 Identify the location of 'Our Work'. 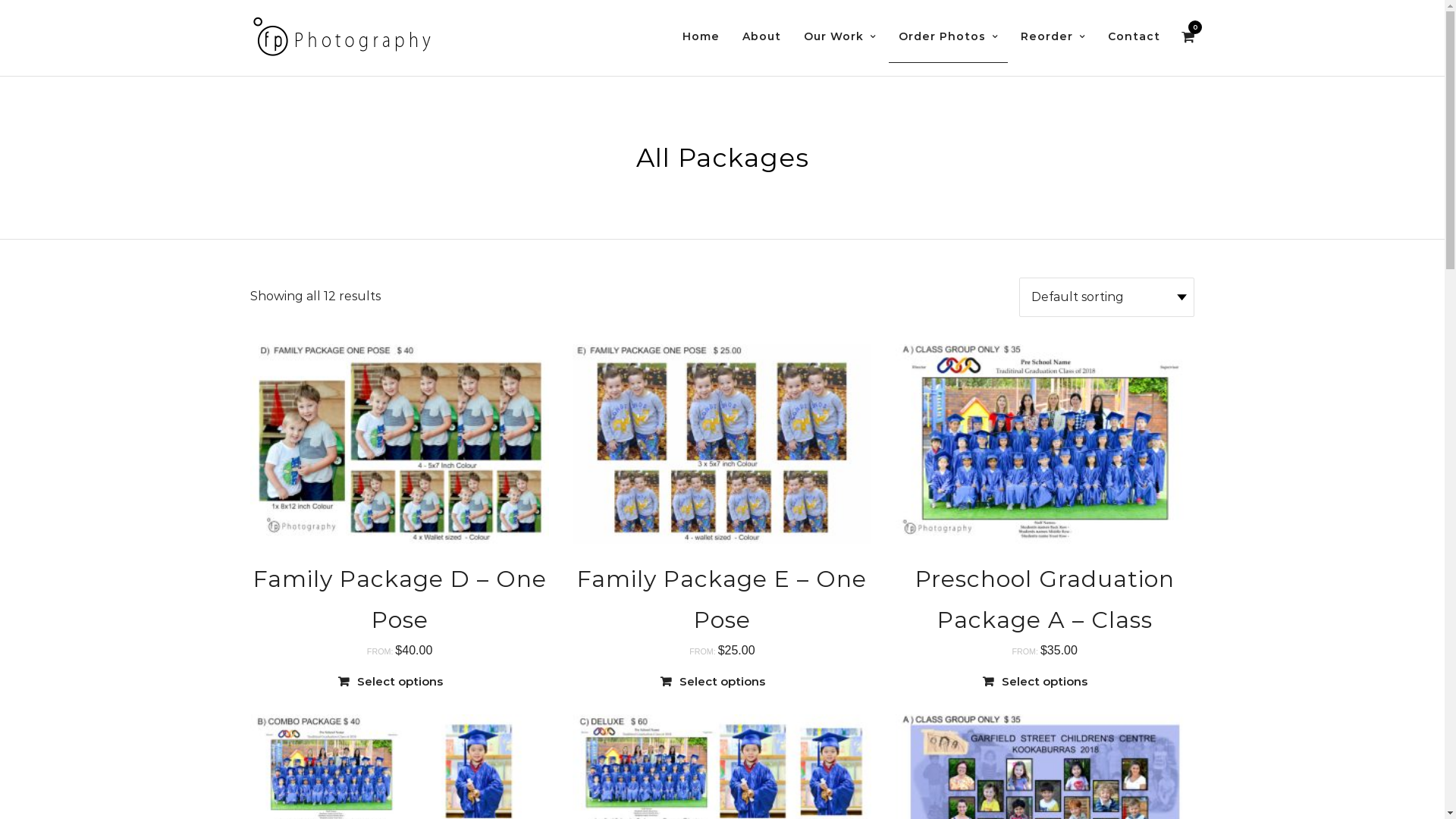
(839, 36).